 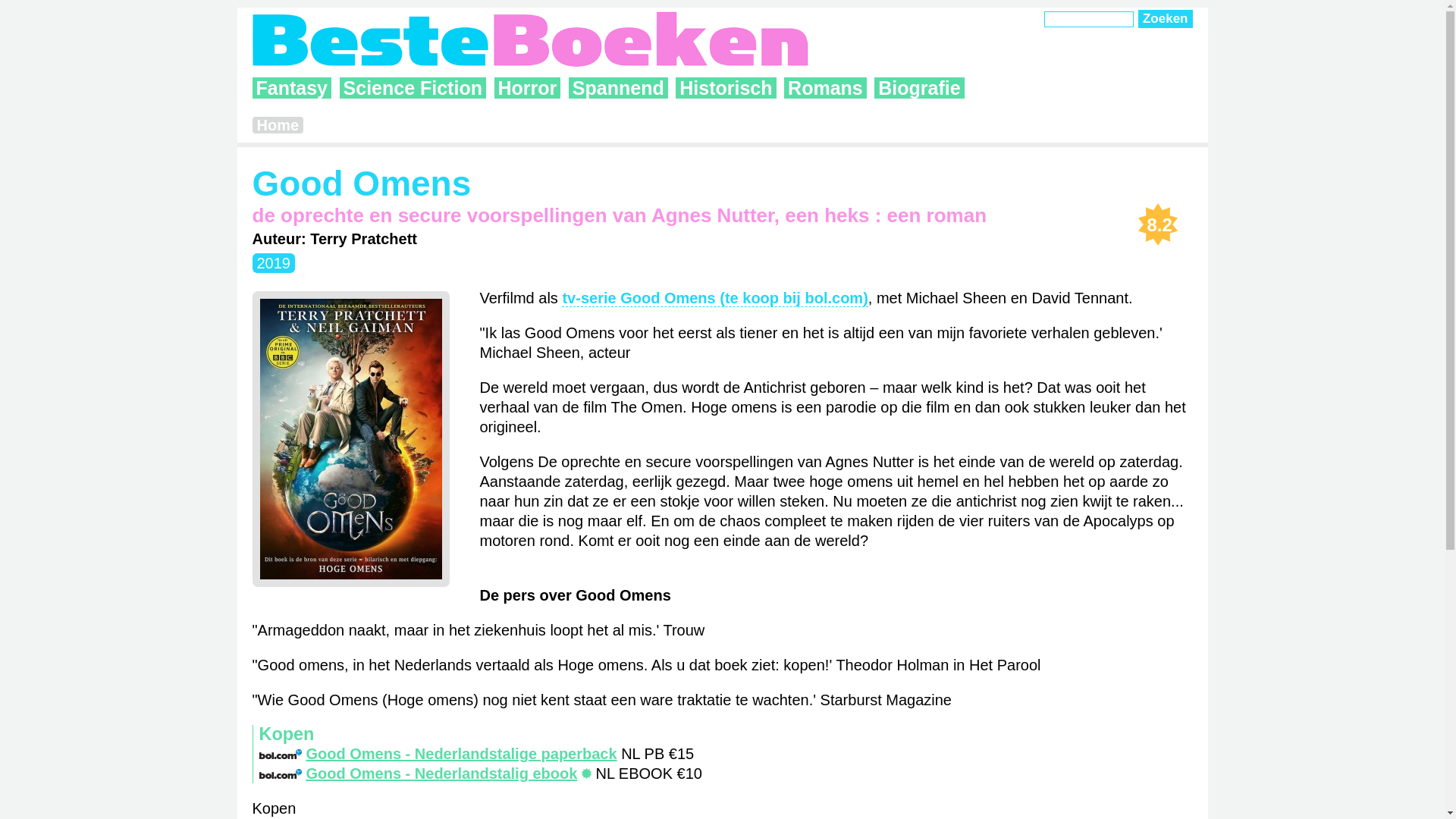 What do you see at coordinates (618, 87) in the screenshot?
I see `'Spannend'` at bounding box center [618, 87].